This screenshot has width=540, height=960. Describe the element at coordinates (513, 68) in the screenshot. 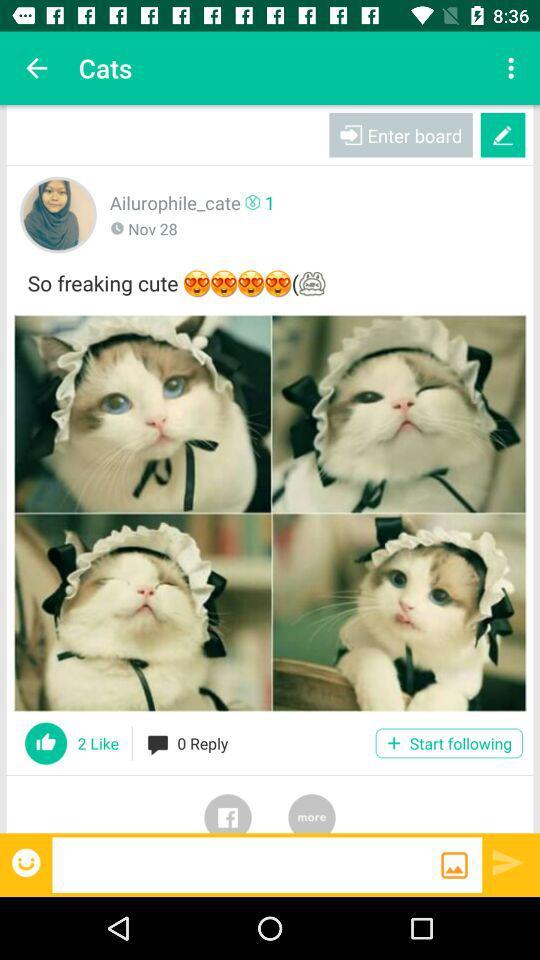

I see `the app to the right of cats app` at that location.